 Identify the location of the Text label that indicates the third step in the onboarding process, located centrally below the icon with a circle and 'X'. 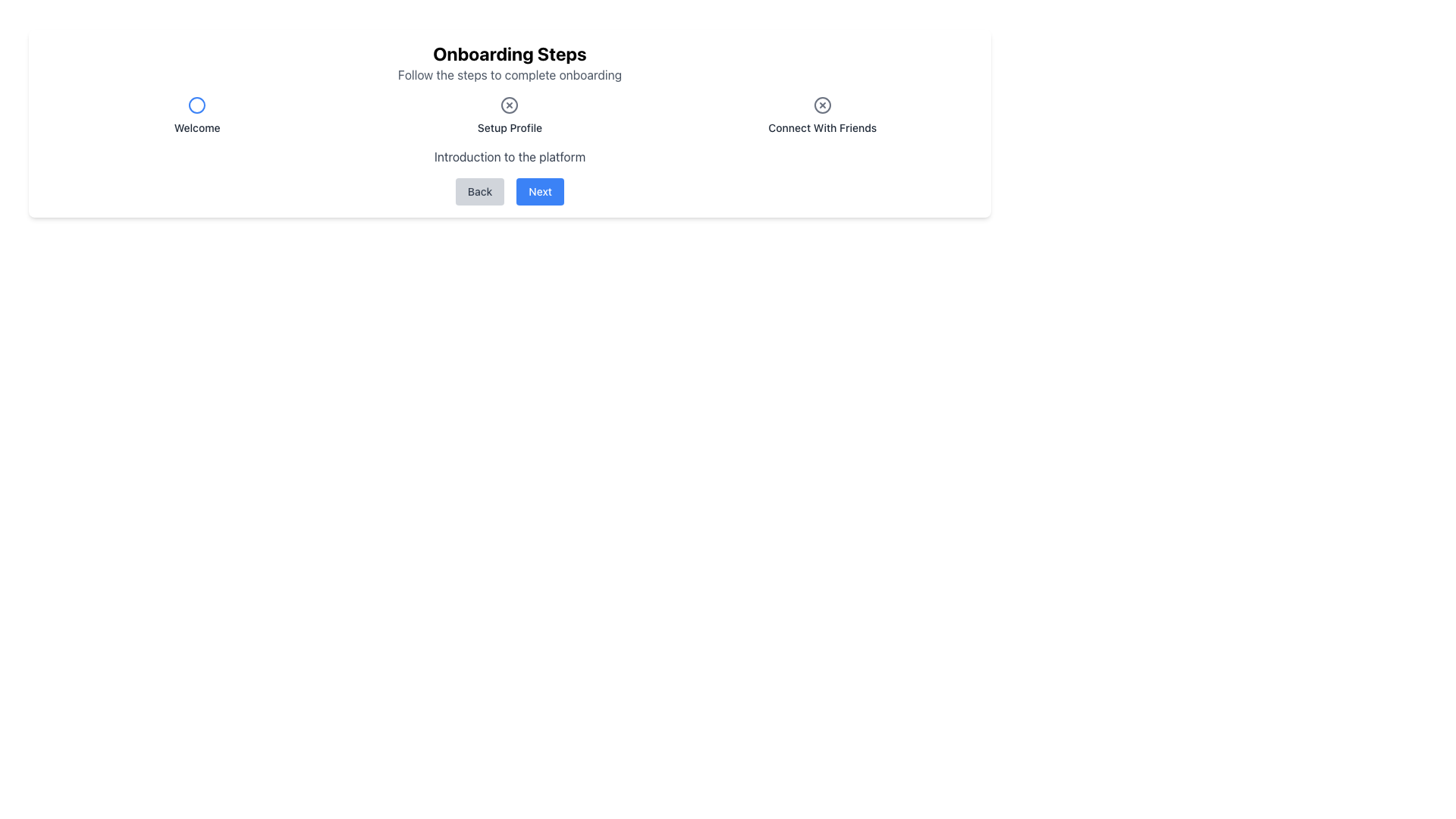
(821, 127).